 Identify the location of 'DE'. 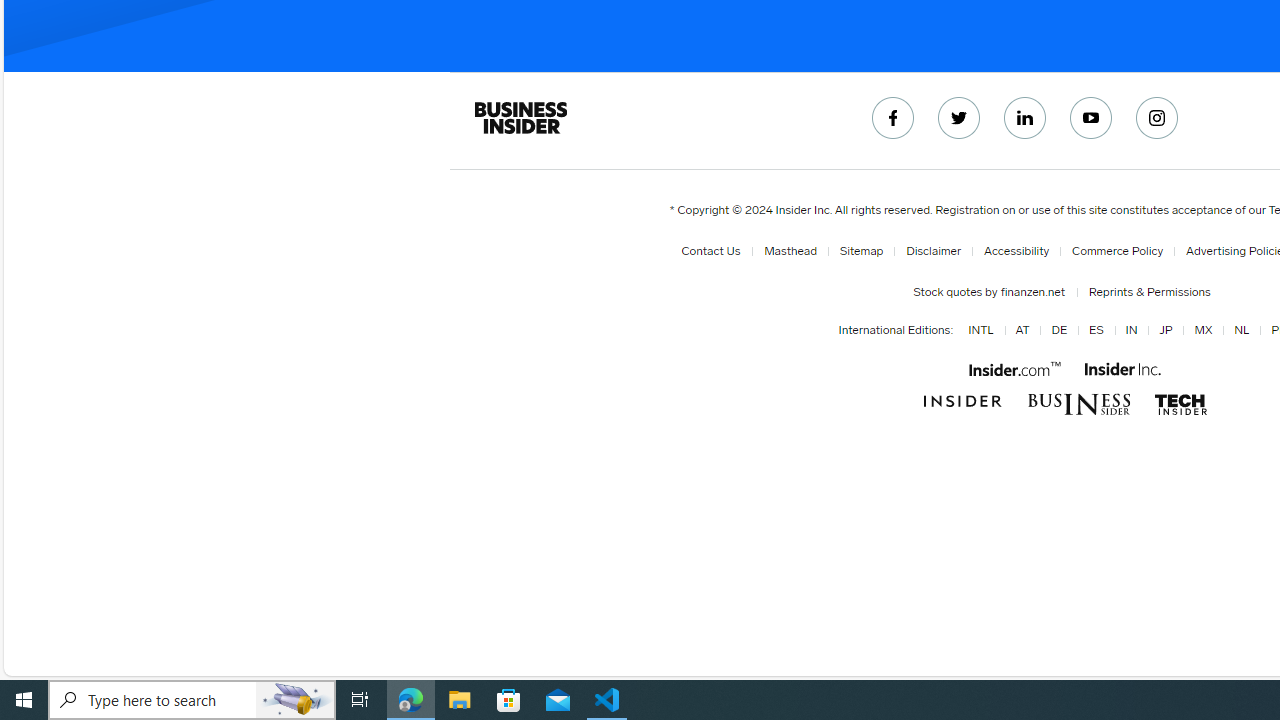
(1058, 330).